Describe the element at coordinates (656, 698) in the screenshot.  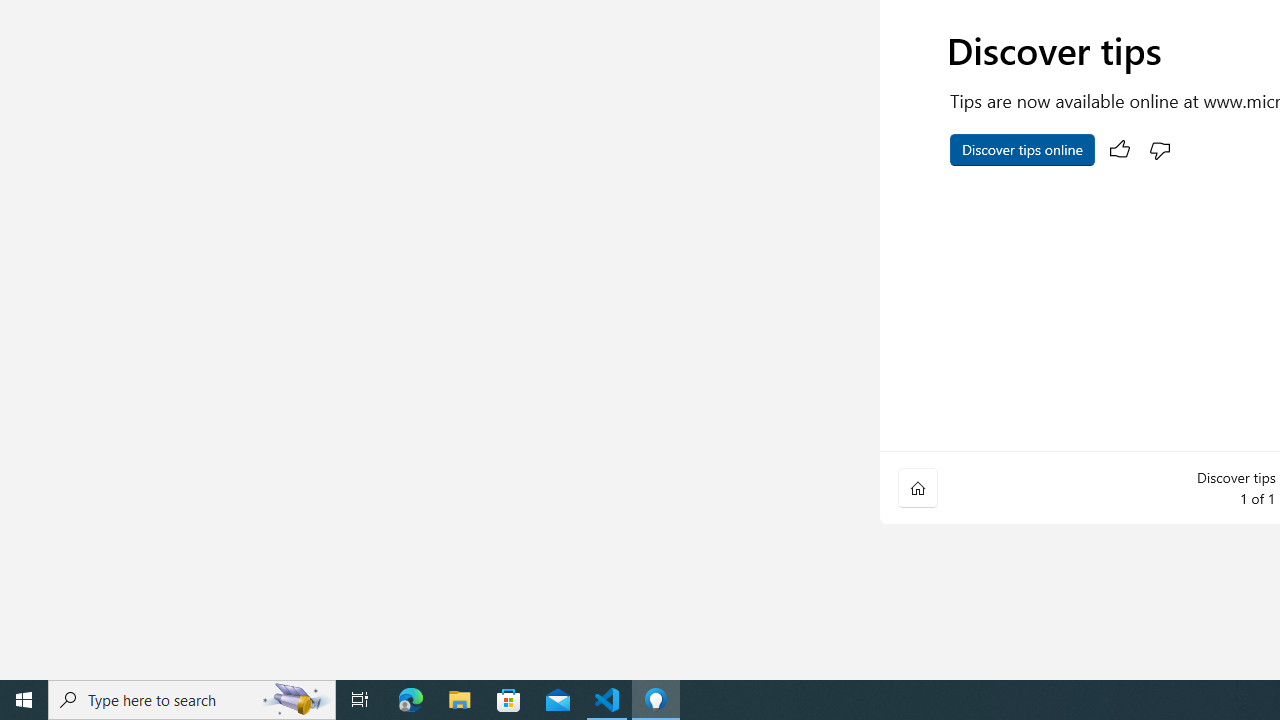
I see `'Tips - 1 running window'` at that location.